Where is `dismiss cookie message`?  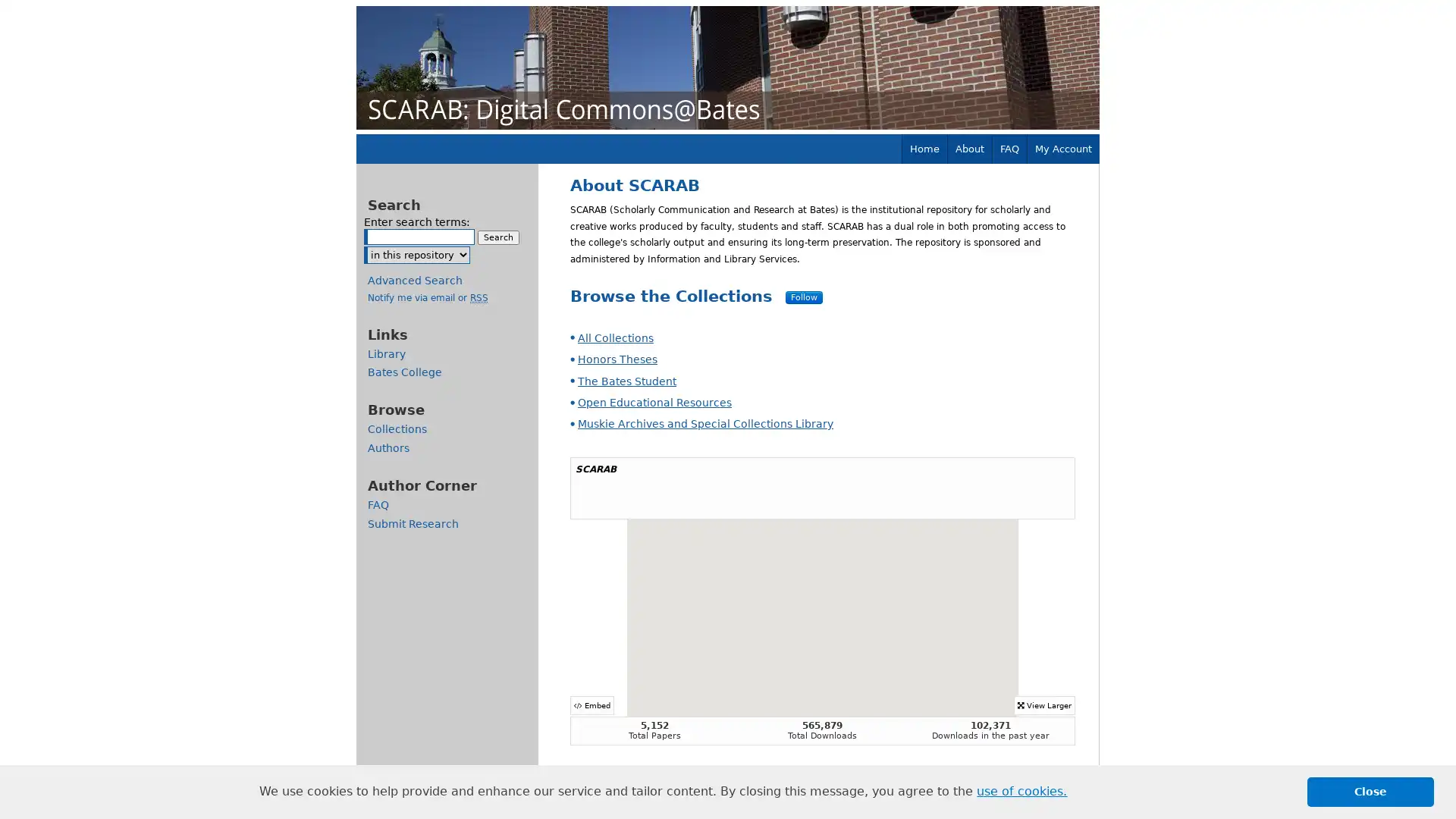
dismiss cookie message is located at coordinates (1370, 791).